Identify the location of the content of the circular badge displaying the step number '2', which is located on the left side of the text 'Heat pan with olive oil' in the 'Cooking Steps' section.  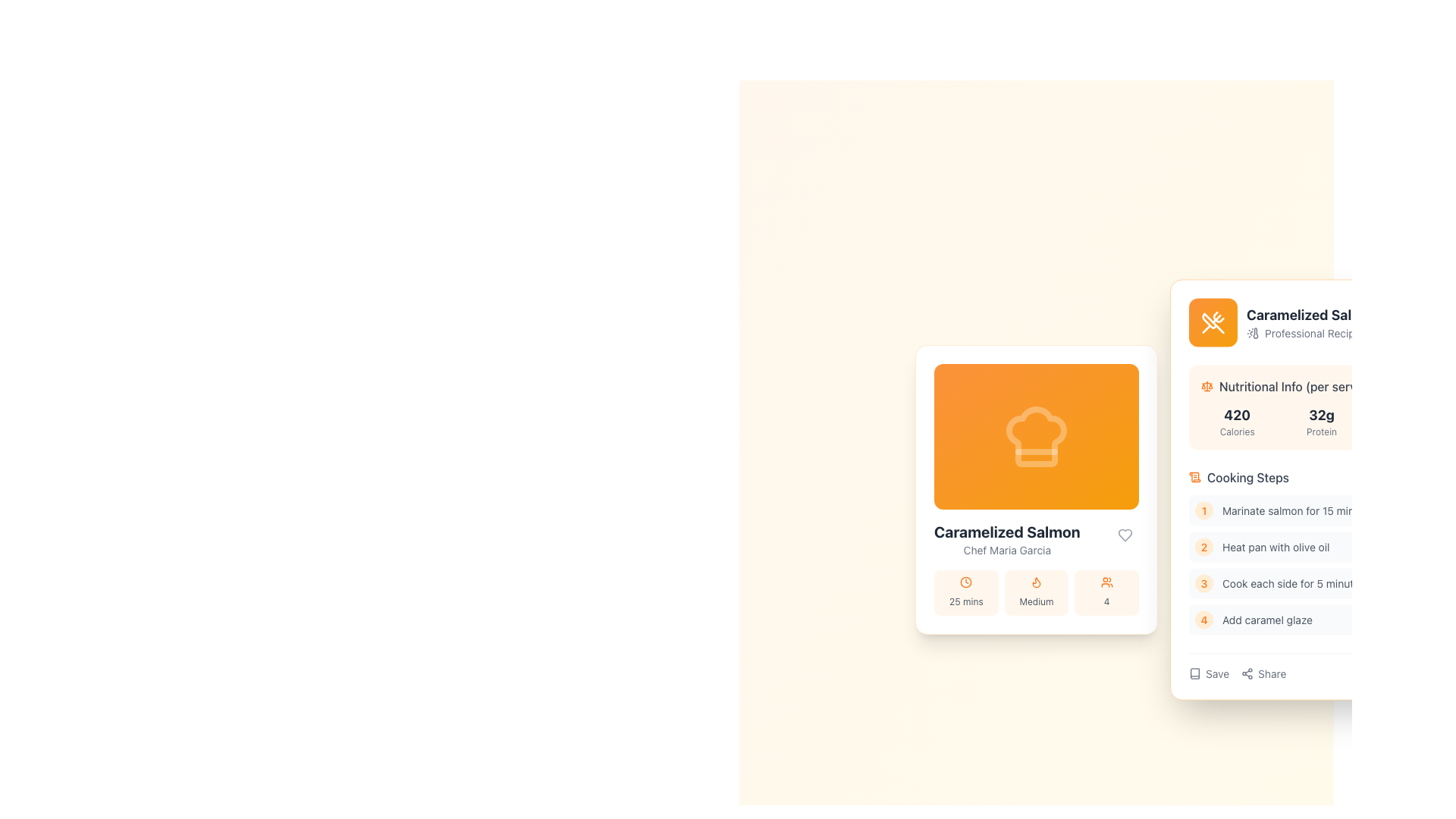
(1203, 547).